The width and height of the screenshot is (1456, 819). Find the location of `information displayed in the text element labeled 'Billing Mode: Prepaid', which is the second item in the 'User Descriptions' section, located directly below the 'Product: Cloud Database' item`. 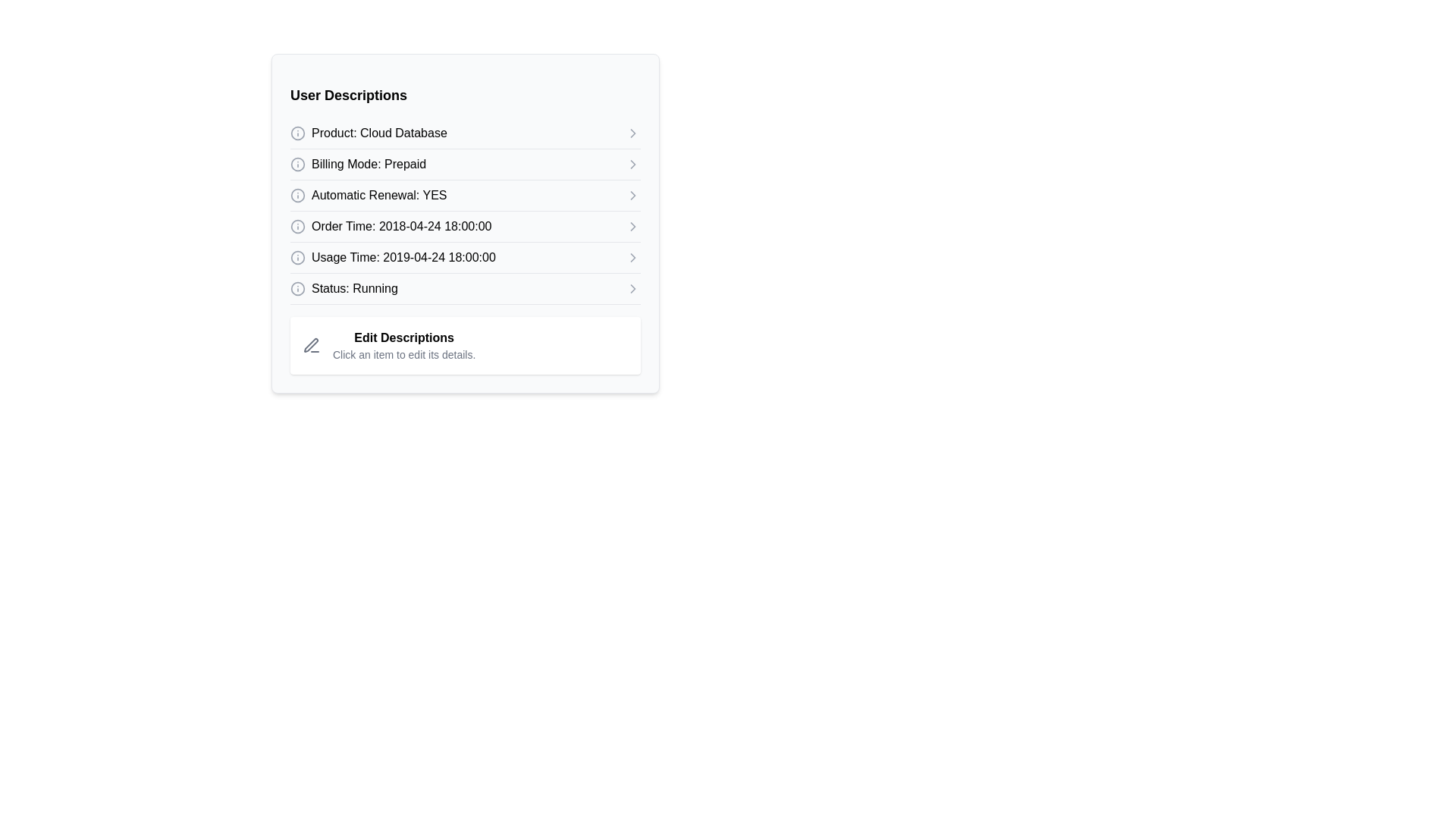

information displayed in the text element labeled 'Billing Mode: Prepaid', which is the second item in the 'User Descriptions' section, located directly below the 'Product: Cloud Database' item is located at coordinates (357, 164).